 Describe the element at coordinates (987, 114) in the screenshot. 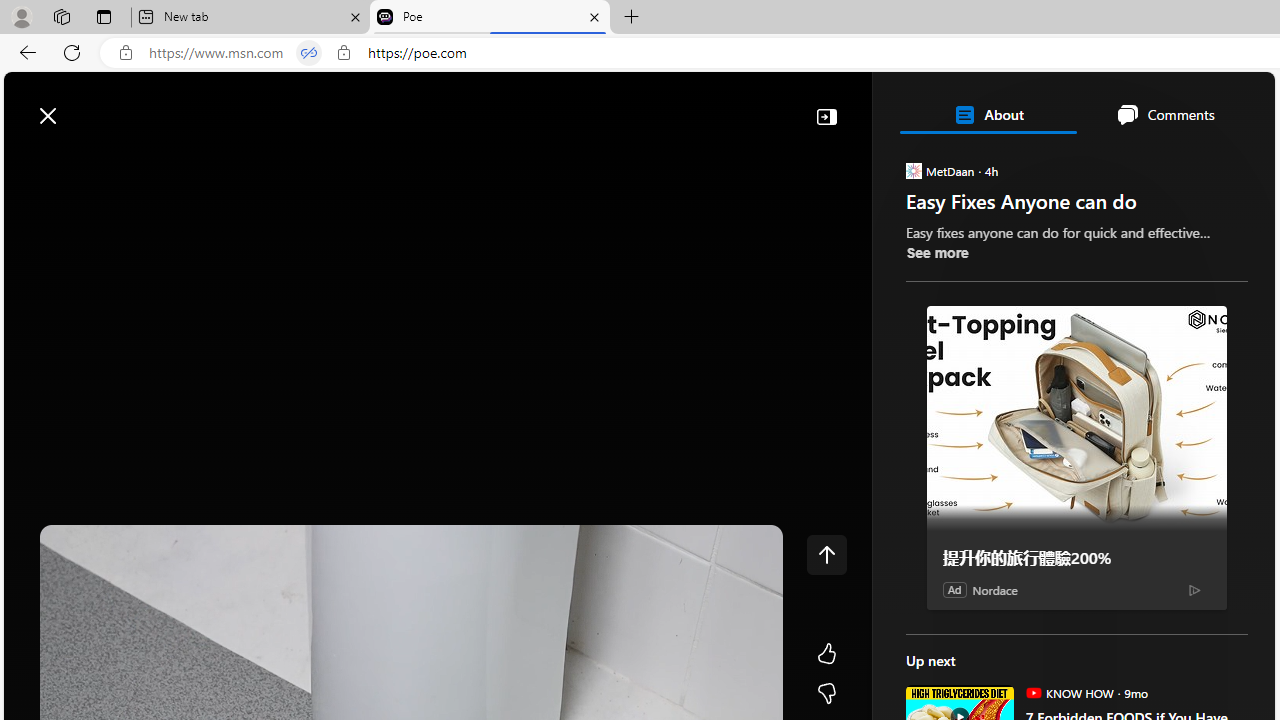

I see `'About'` at that location.